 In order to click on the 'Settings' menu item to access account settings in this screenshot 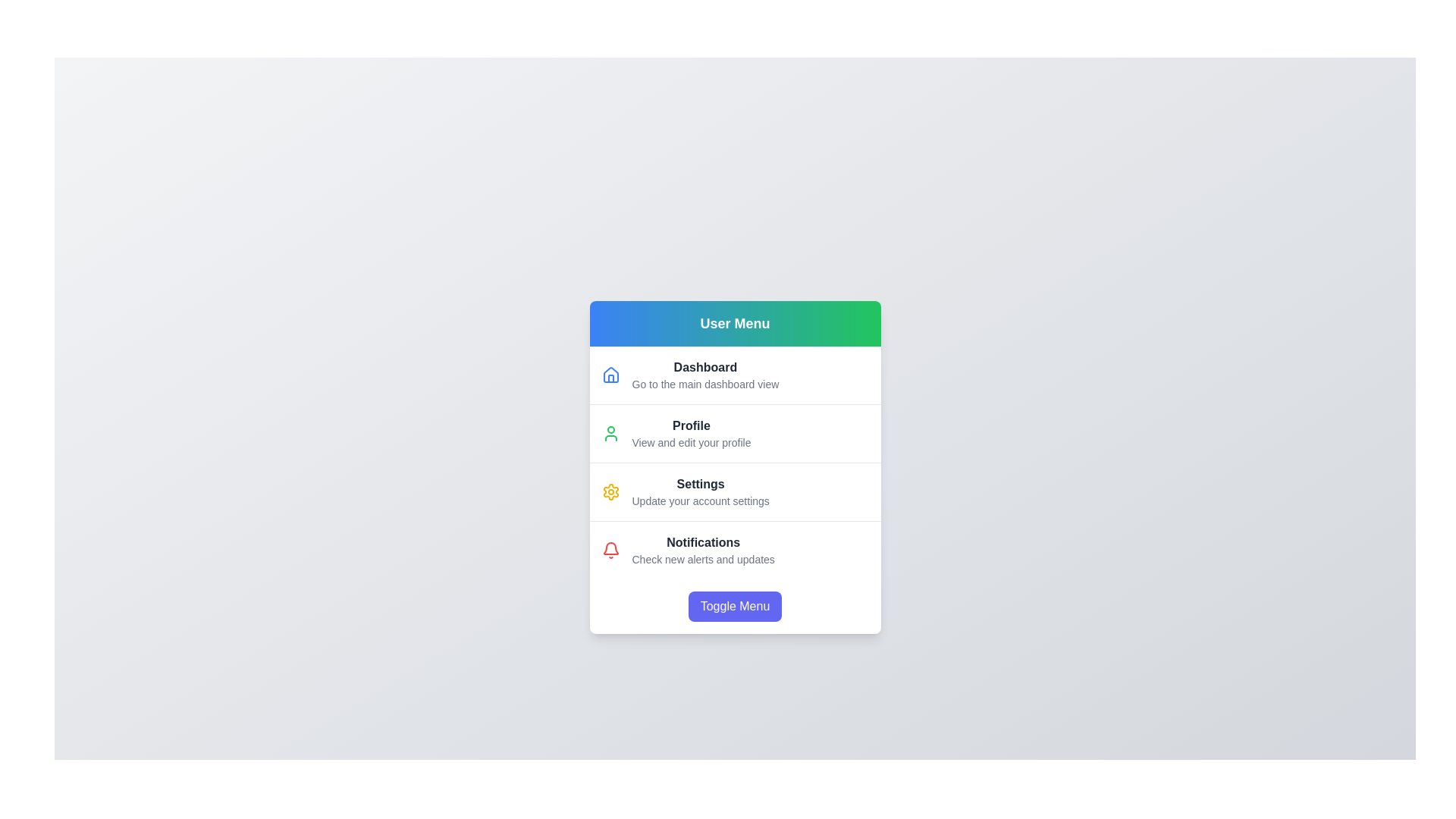, I will do `click(735, 491)`.